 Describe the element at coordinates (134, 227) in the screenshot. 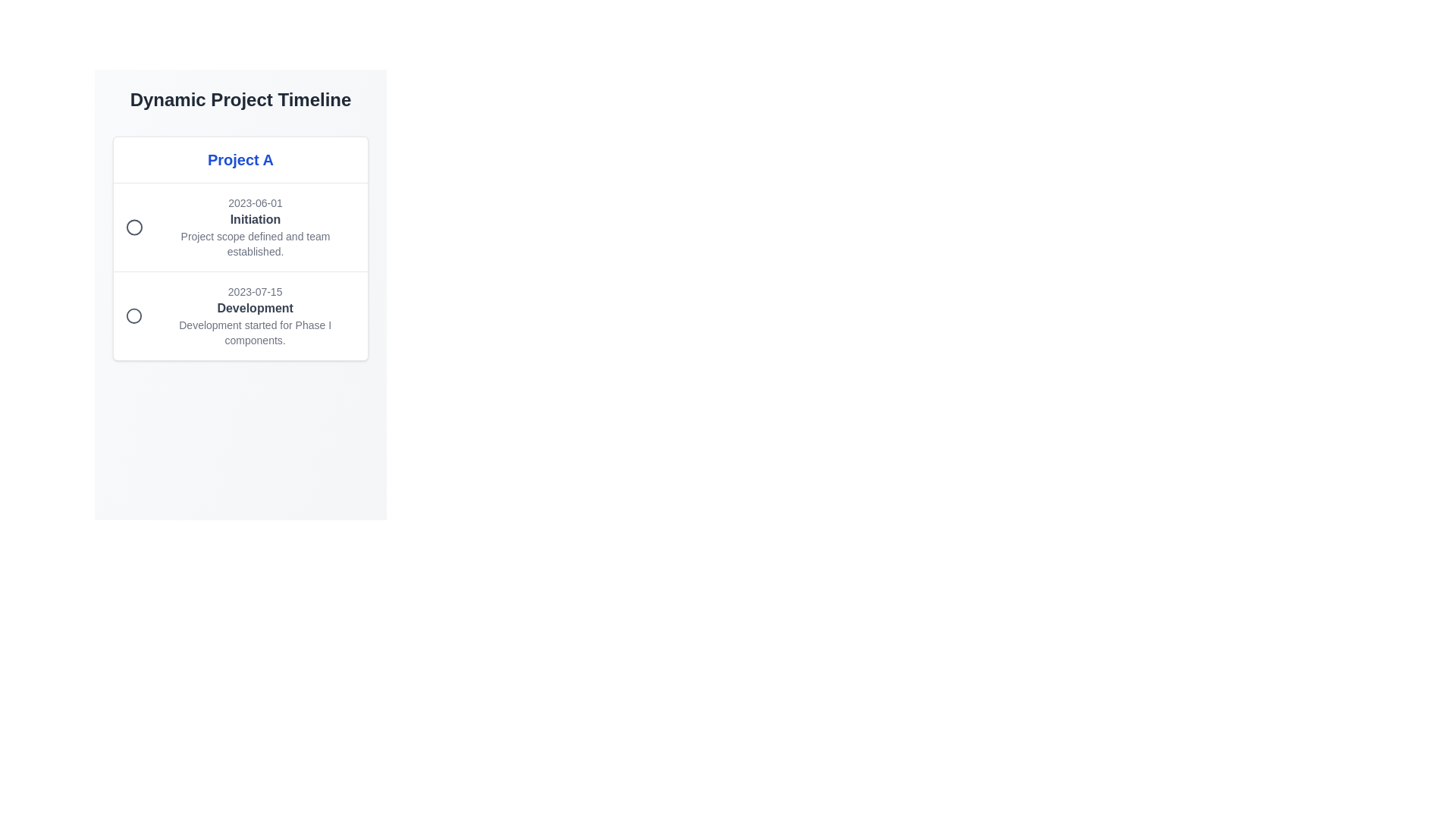

I see `the milestone marker icon indicating the 'Initiation' phase in the 'Dynamic Project Timeline', located on the left of the text descriptions` at that location.